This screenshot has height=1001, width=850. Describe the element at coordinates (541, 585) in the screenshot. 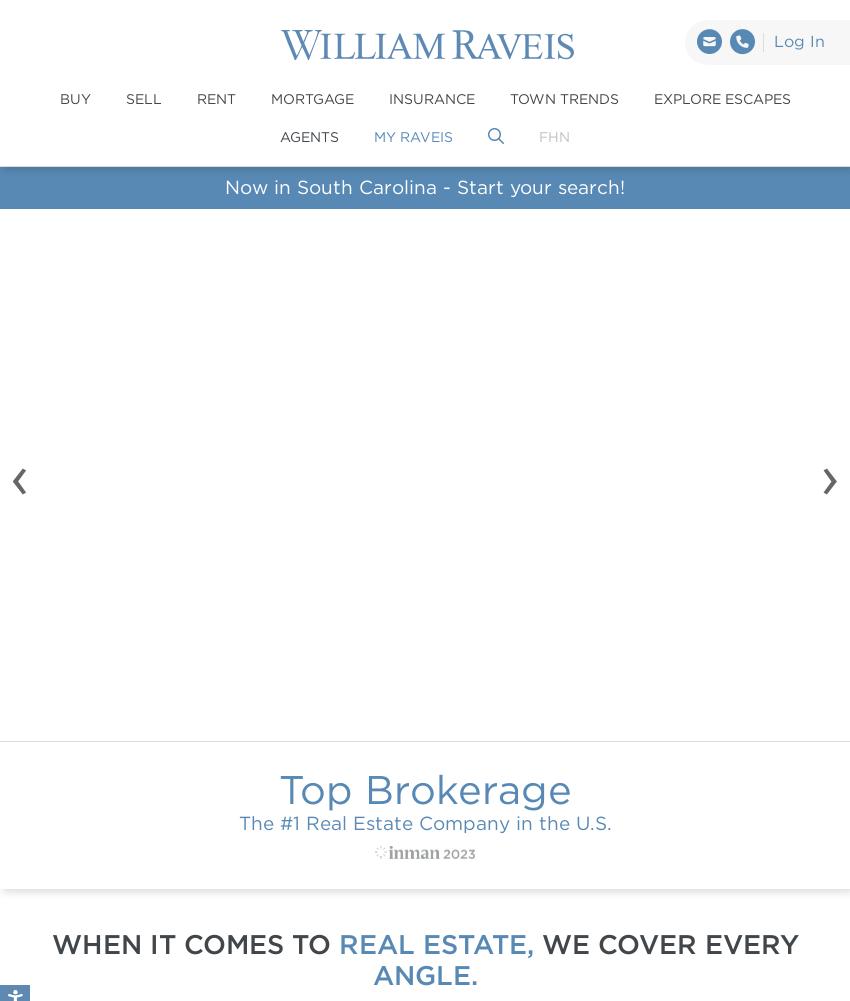

I see `'Rentals'` at that location.